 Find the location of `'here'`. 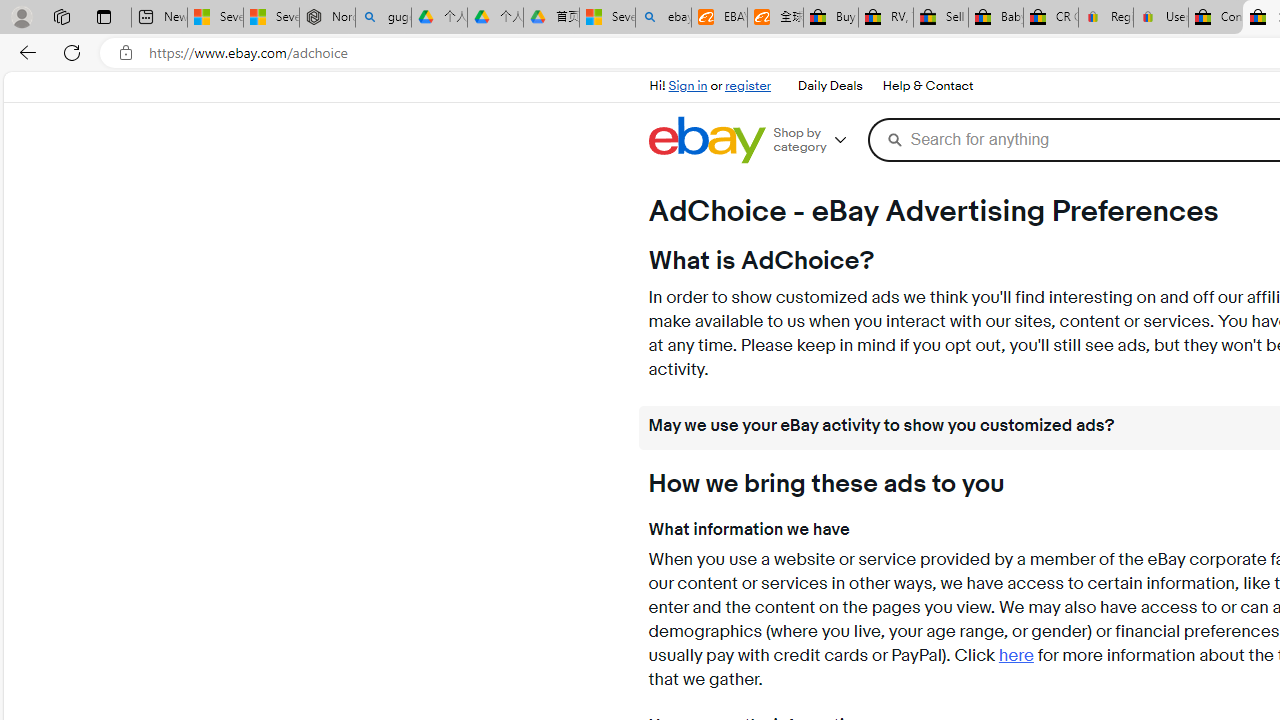

'here' is located at coordinates (1016, 656).